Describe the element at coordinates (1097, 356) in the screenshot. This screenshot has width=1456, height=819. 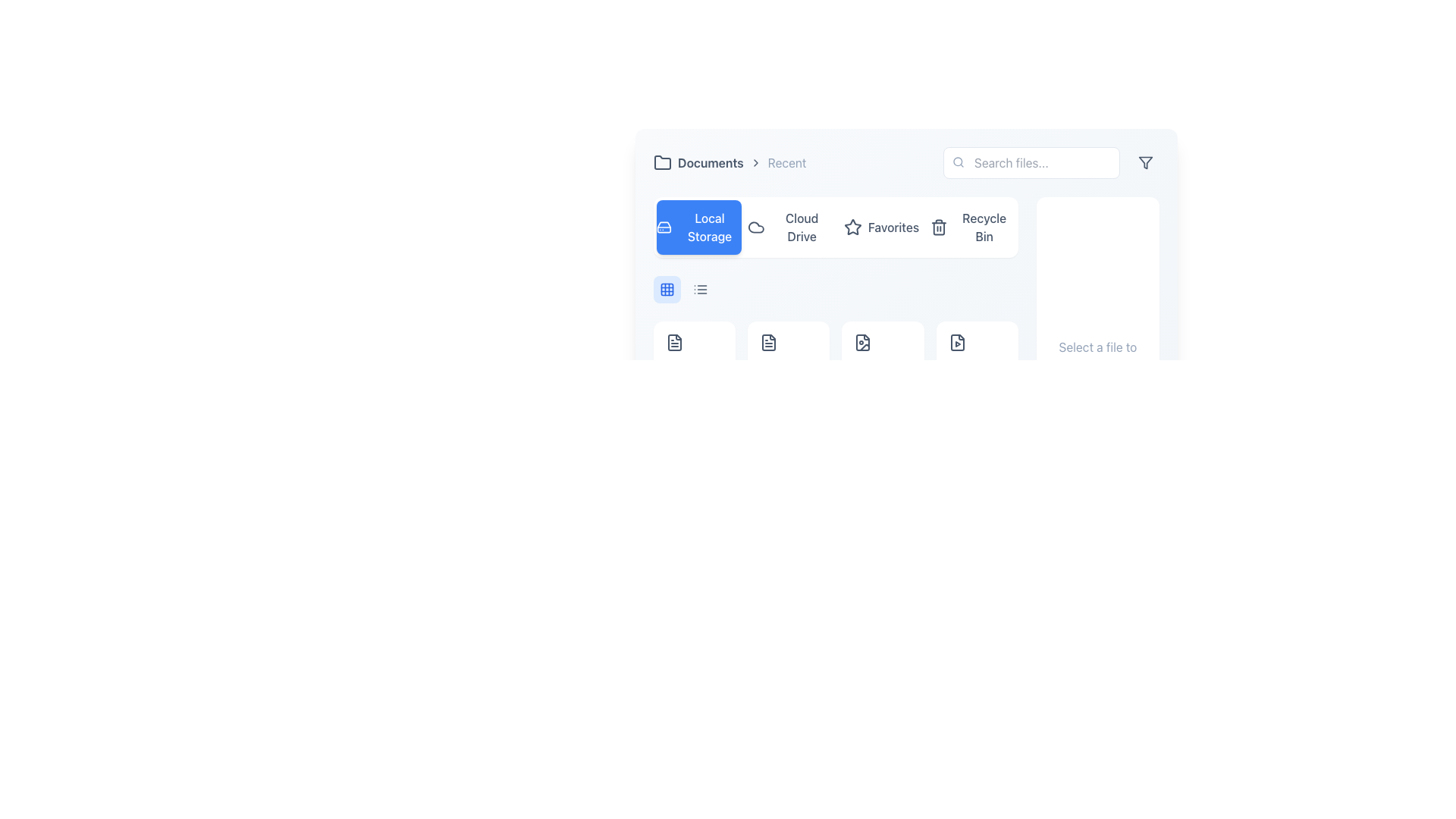
I see `text from the informational section with a white background and rounded corners that says 'Select a file to view details', located in the right-side column of the layout` at that location.